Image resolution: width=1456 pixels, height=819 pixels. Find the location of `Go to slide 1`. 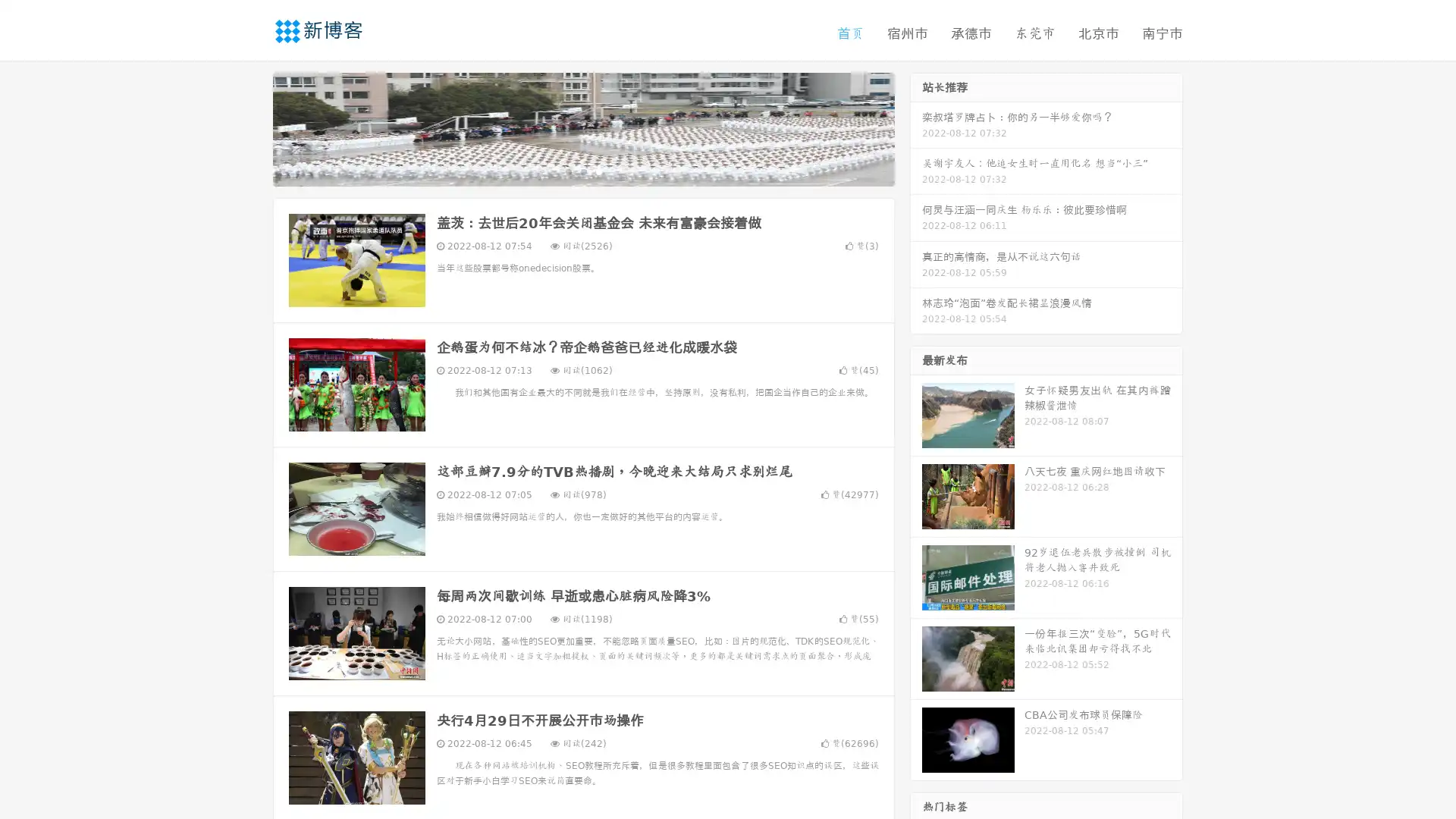

Go to slide 1 is located at coordinates (567, 171).